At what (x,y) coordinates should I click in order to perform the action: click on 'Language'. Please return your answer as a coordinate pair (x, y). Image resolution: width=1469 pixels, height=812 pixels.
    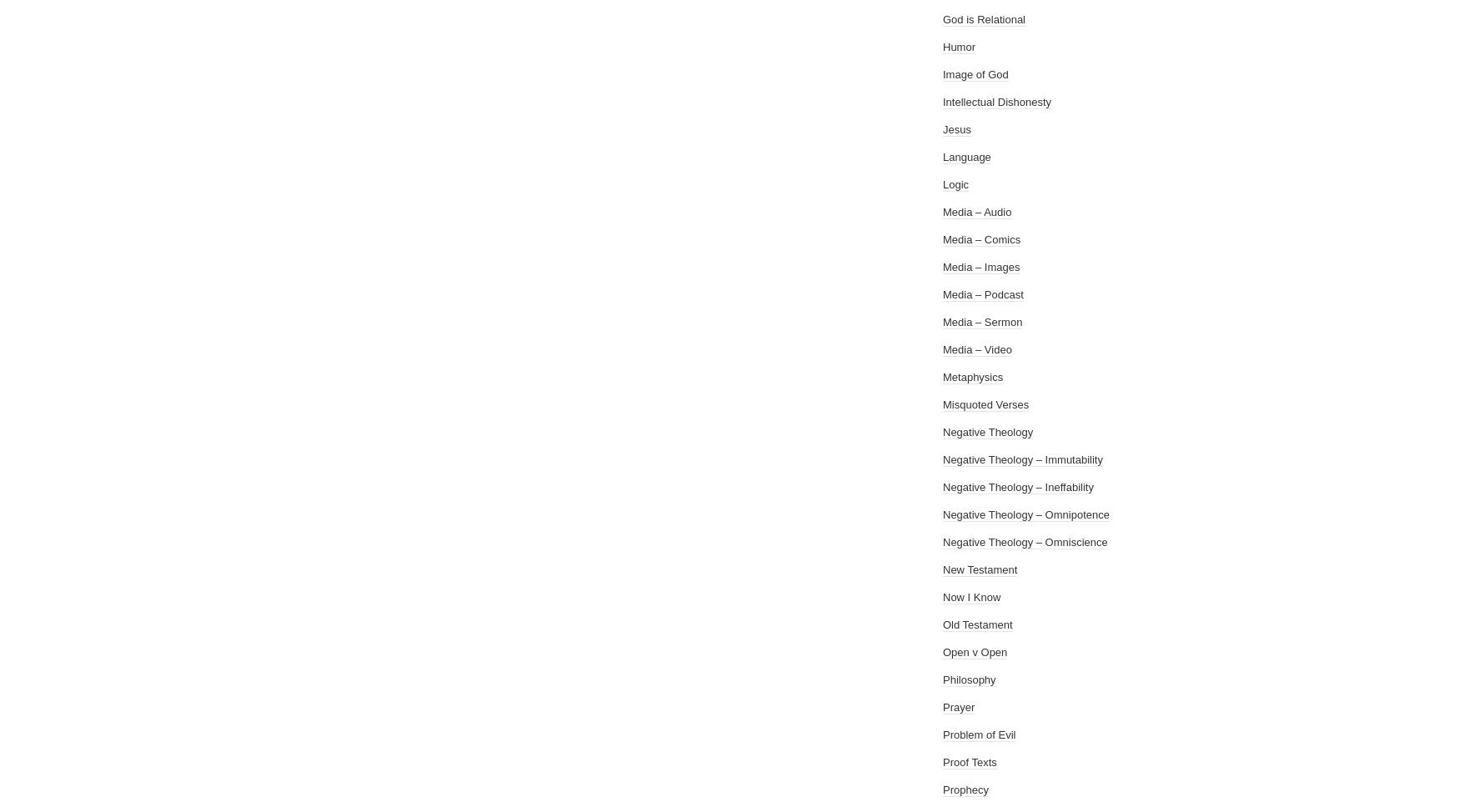
    Looking at the image, I should click on (966, 157).